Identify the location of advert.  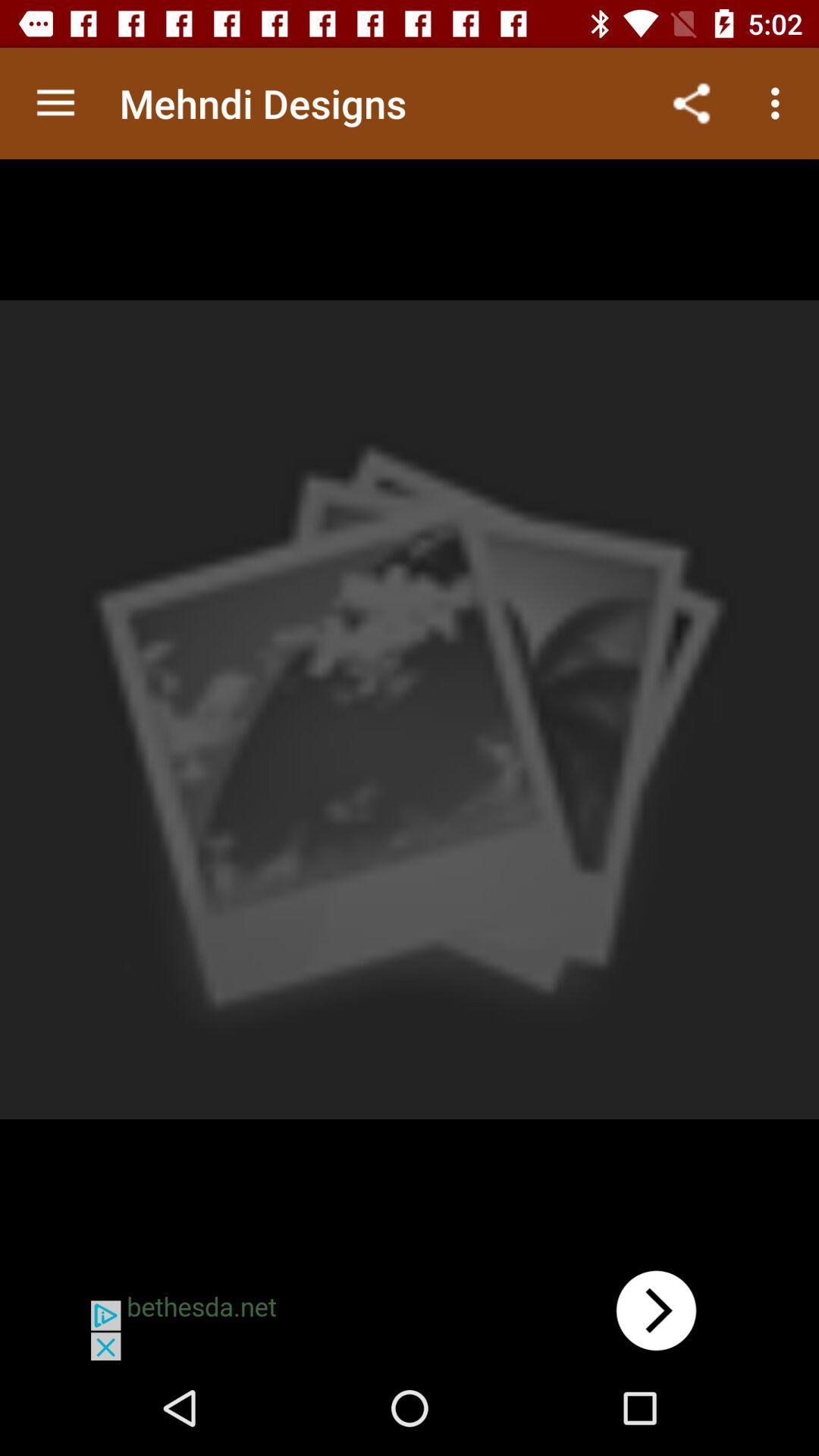
(409, 1310).